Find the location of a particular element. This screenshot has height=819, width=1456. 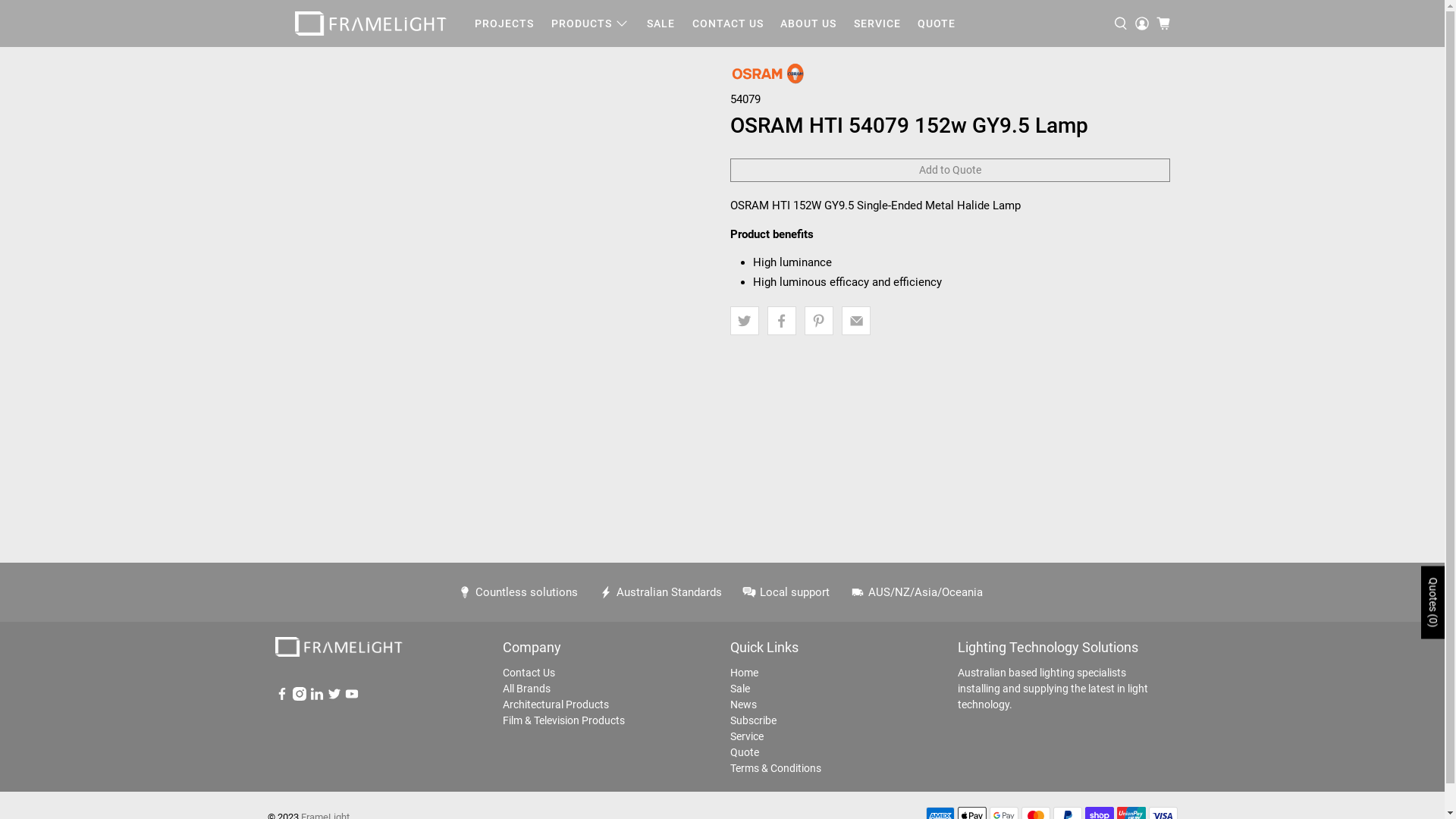

'QUOTE' is located at coordinates (936, 24).